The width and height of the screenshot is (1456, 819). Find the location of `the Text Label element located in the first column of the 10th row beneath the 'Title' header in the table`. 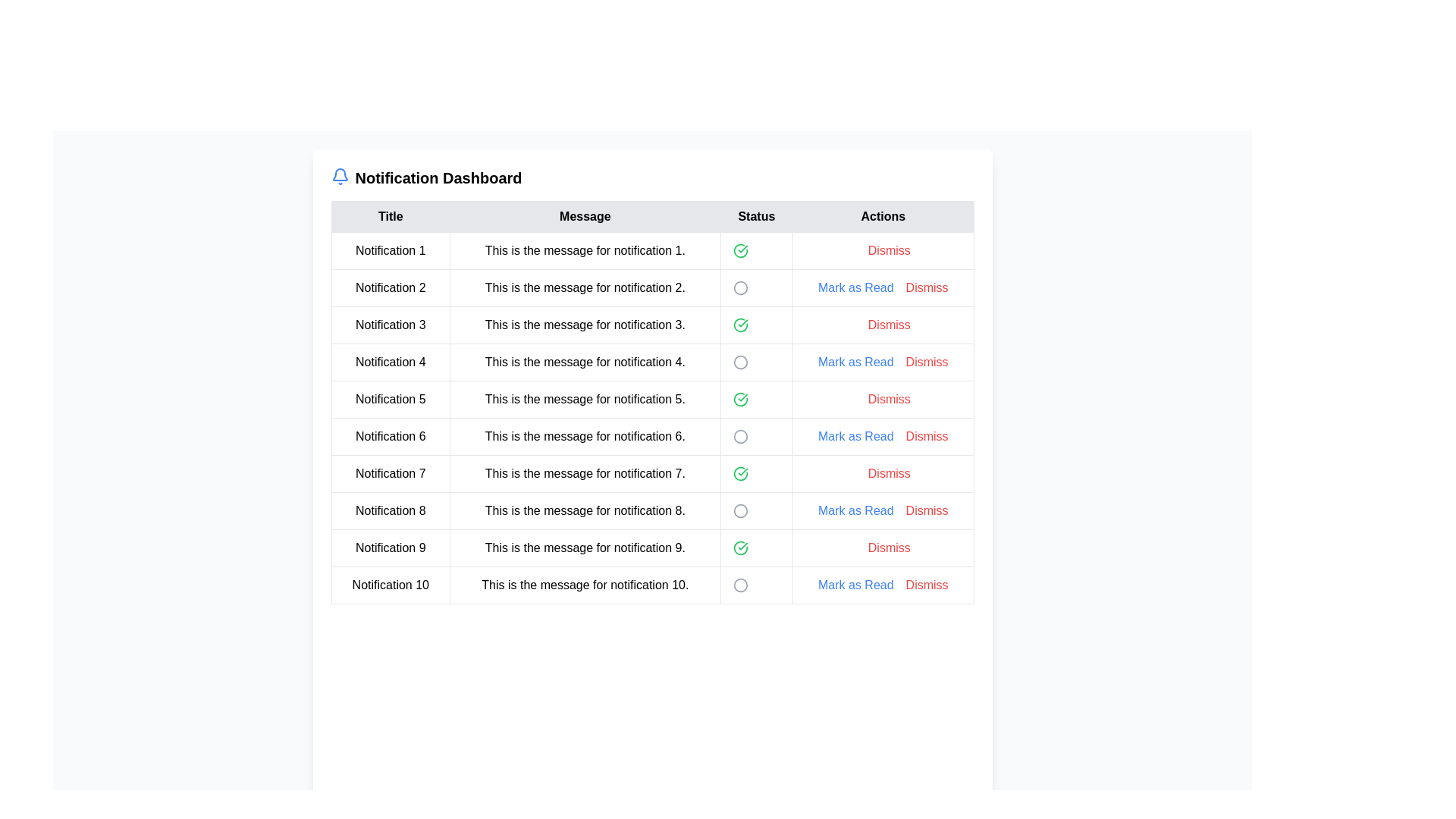

the Text Label element located in the first column of the 10th row beneath the 'Title' header in the table is located at coordinates (391, 584).